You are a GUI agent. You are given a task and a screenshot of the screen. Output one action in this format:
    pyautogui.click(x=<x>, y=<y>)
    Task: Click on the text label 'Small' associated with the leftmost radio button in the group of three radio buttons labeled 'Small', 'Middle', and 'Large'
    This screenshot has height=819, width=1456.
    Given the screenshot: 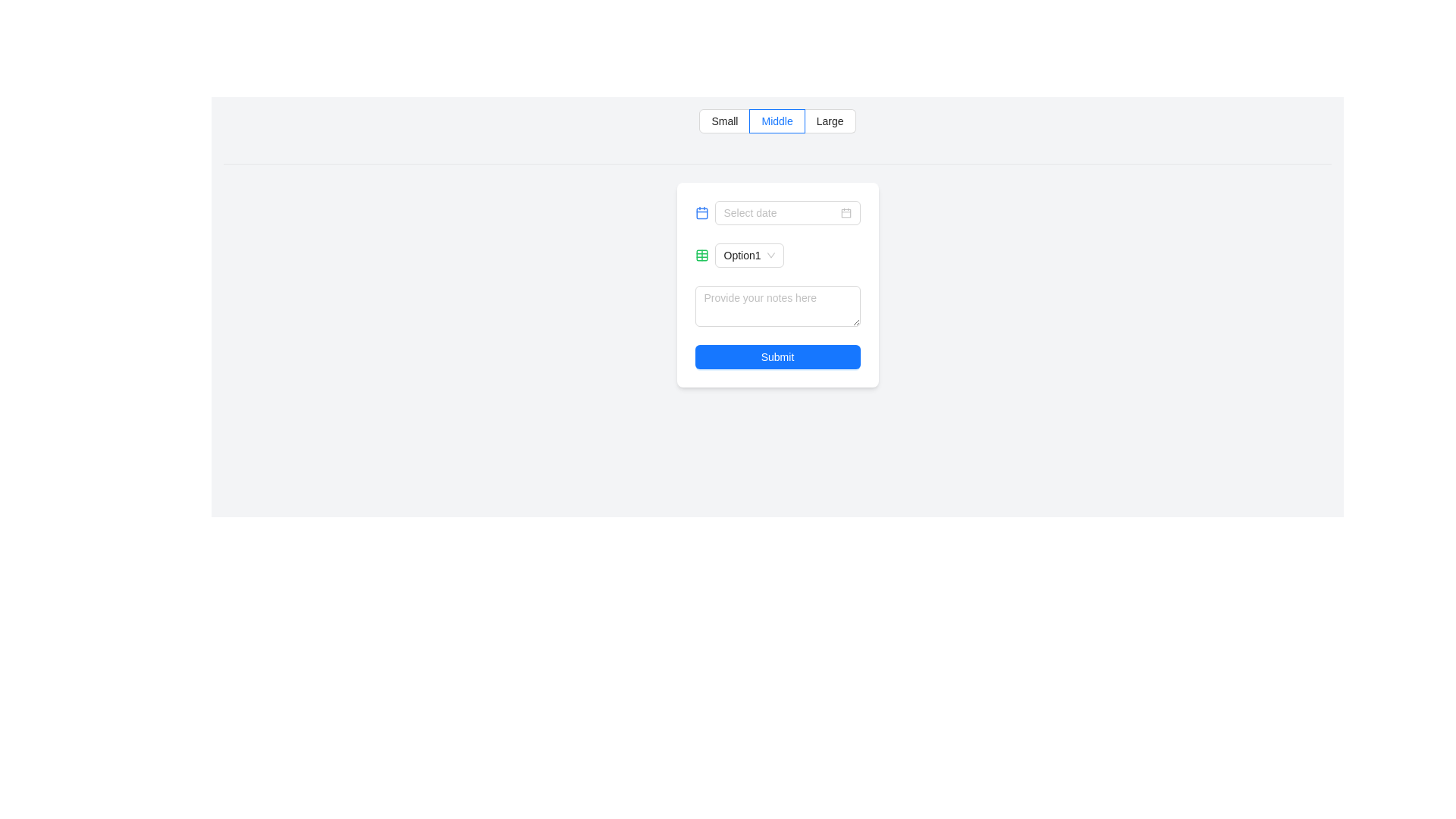 What is the action you would take?
    pyautogui.click(x=723, y=120)
    